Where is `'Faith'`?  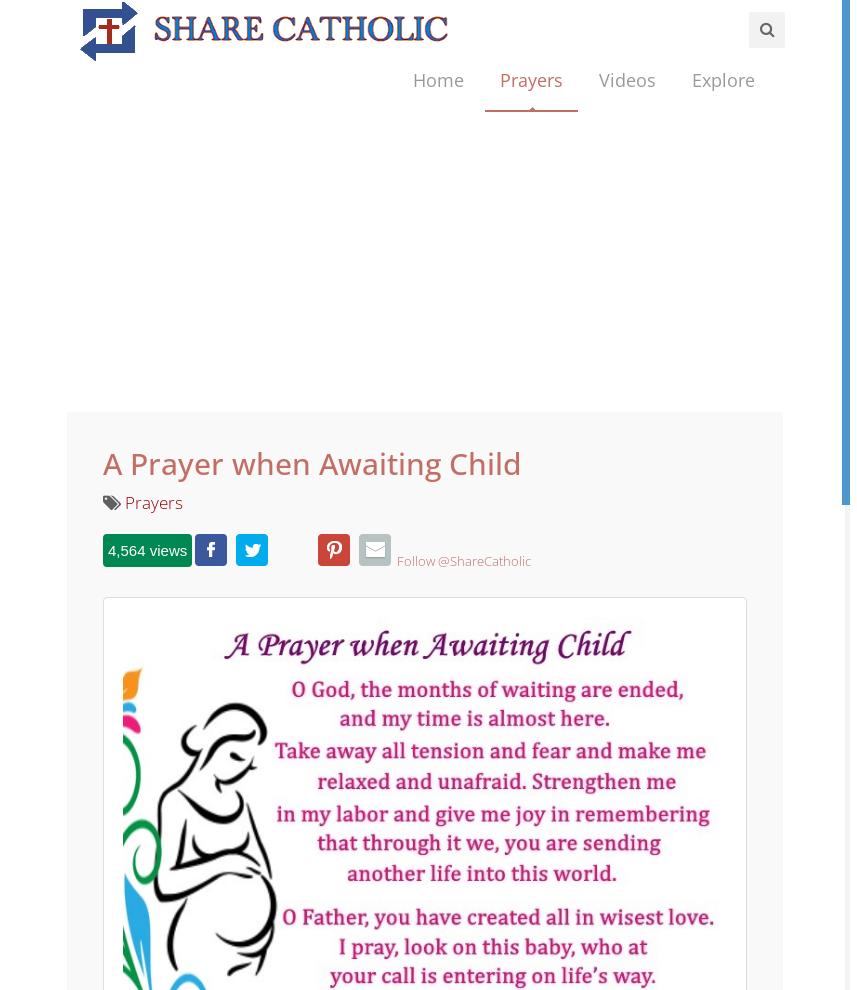 'Faith' is located at coordinates (708, 186).